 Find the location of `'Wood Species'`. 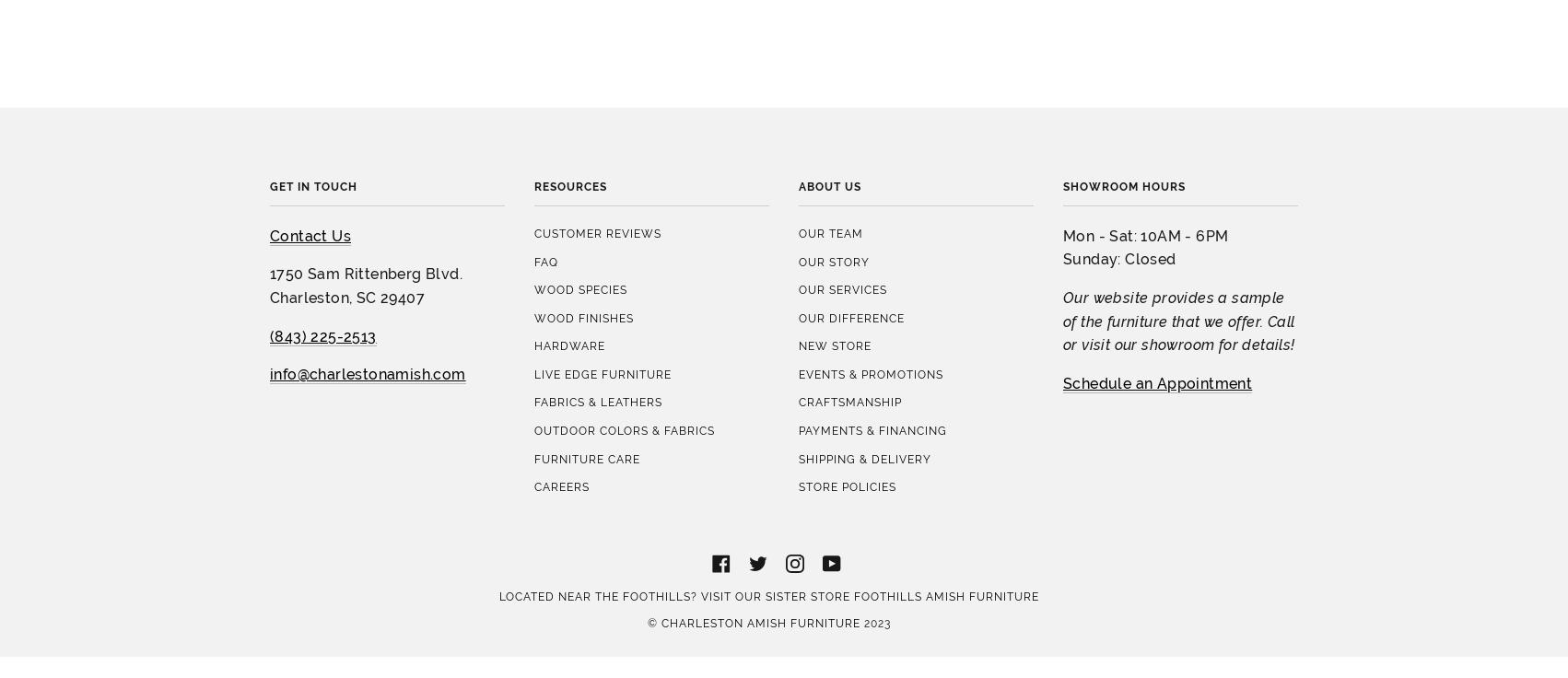

'Wood Species' is located at coordinates (580, 125).